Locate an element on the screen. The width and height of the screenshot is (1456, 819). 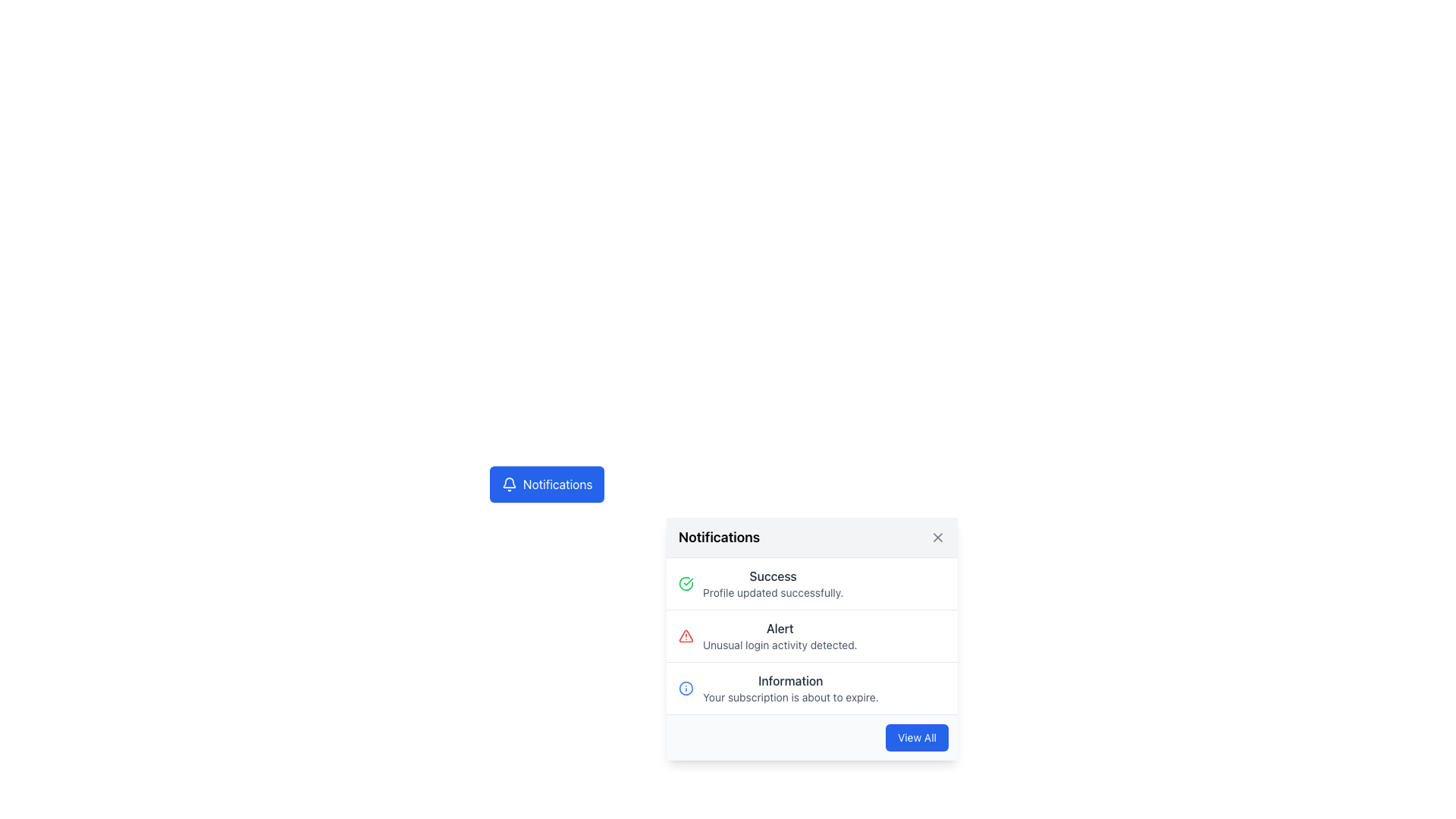
the third notification in the dropdown that informs the user about the subscription's impending expiration, positioned below the 'Alert' notification and above the 'View All' button is located at coordinates (789, 688).